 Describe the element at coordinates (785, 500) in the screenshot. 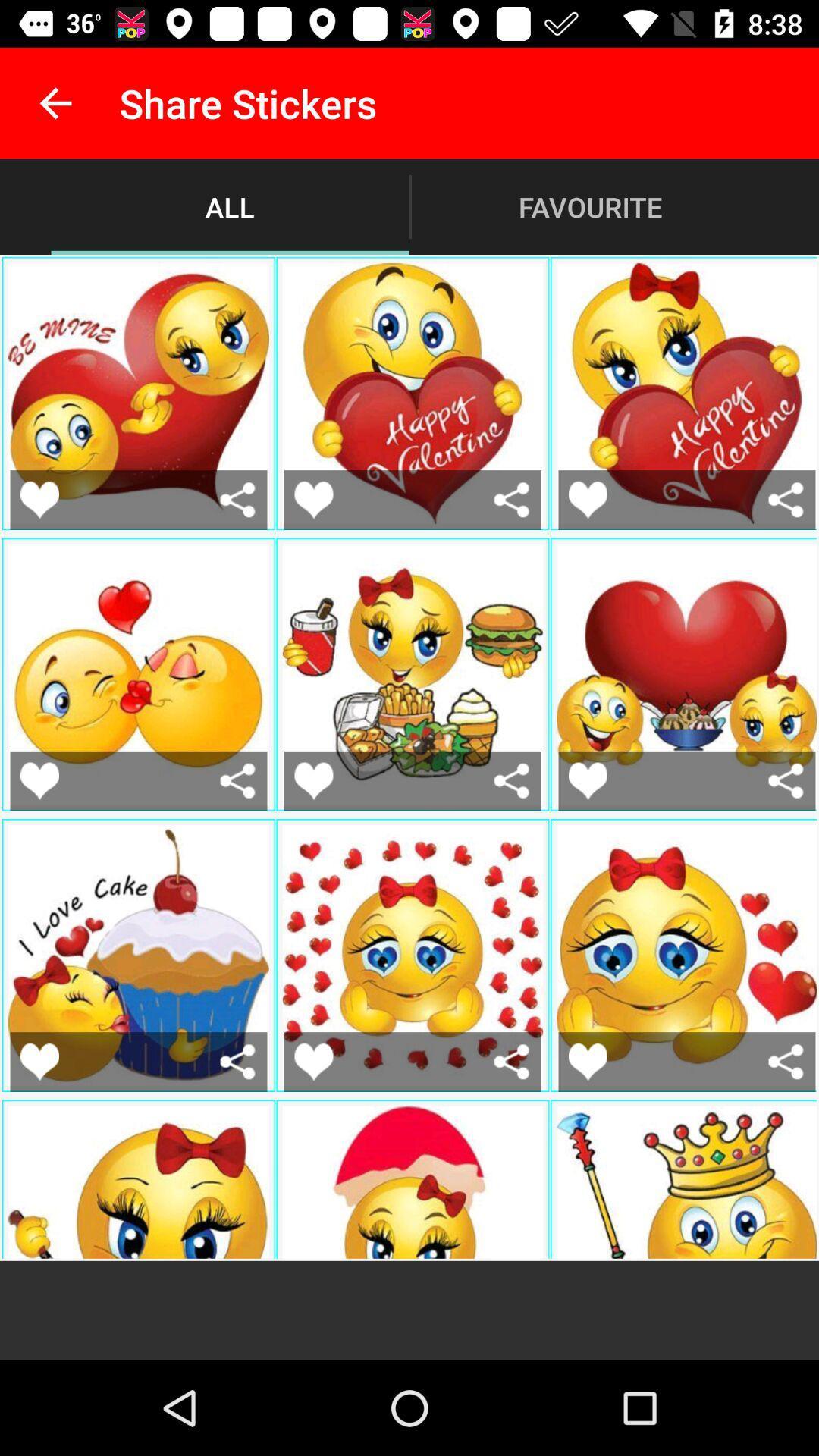

I see `share this sticker` at that location.